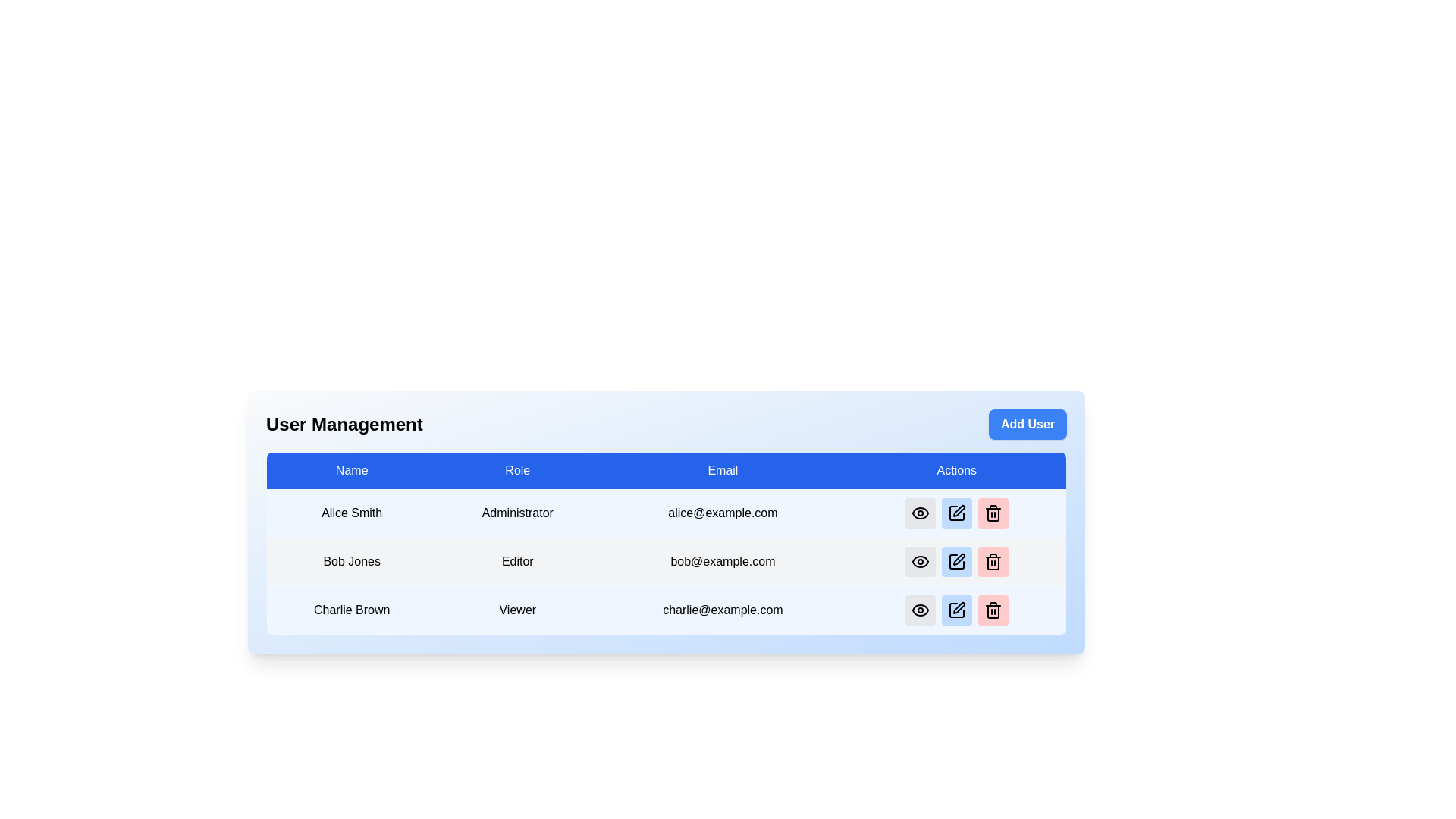 The image size is (1456, 819). I want to click on text in the Table Header Cell labeled 'Role', which has a blue background and white text, located in the second column of the header row of the table, so click(517, 469).